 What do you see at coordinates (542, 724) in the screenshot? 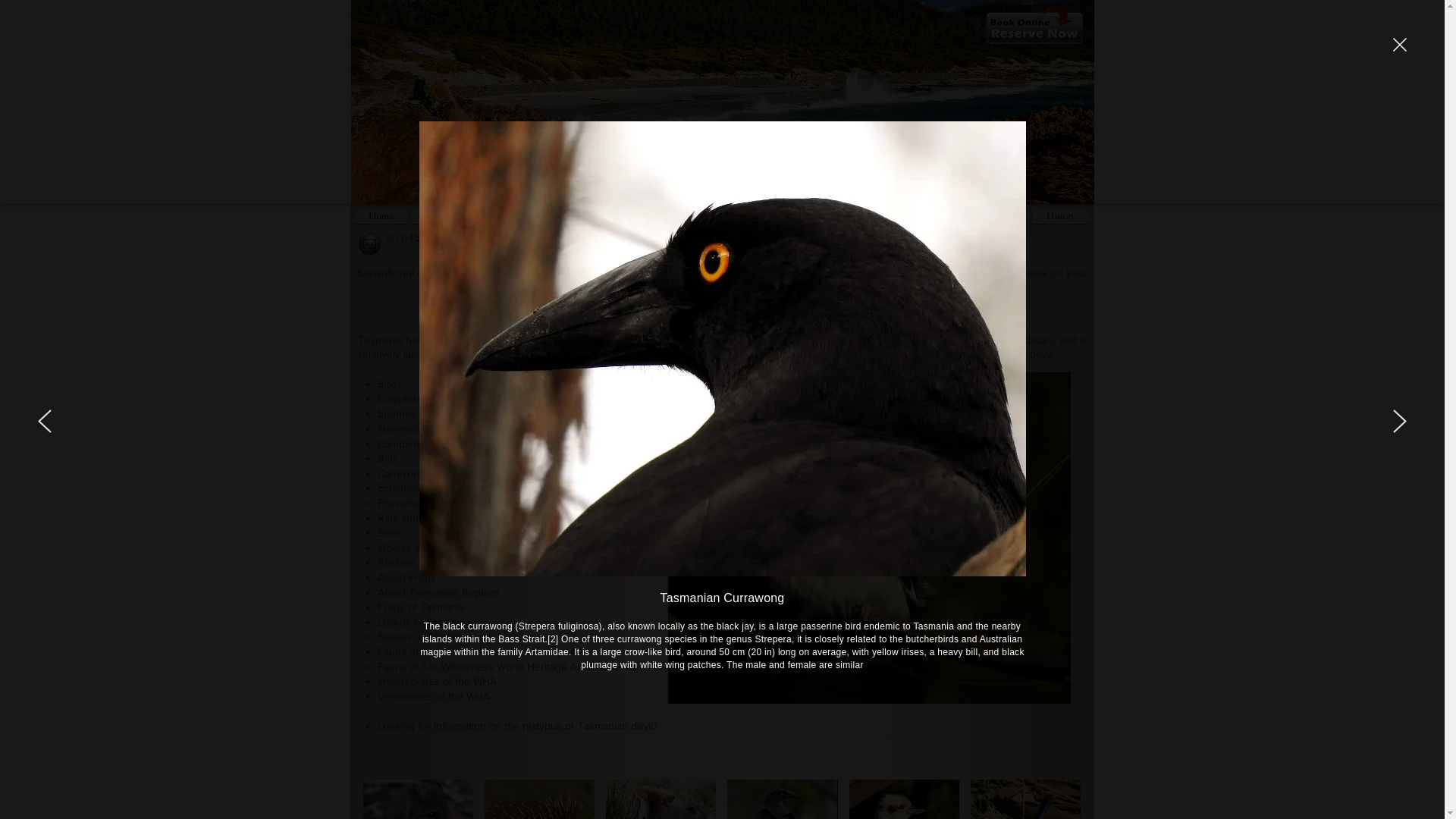
I see `'platypus'` at bounding box center [542, 724].